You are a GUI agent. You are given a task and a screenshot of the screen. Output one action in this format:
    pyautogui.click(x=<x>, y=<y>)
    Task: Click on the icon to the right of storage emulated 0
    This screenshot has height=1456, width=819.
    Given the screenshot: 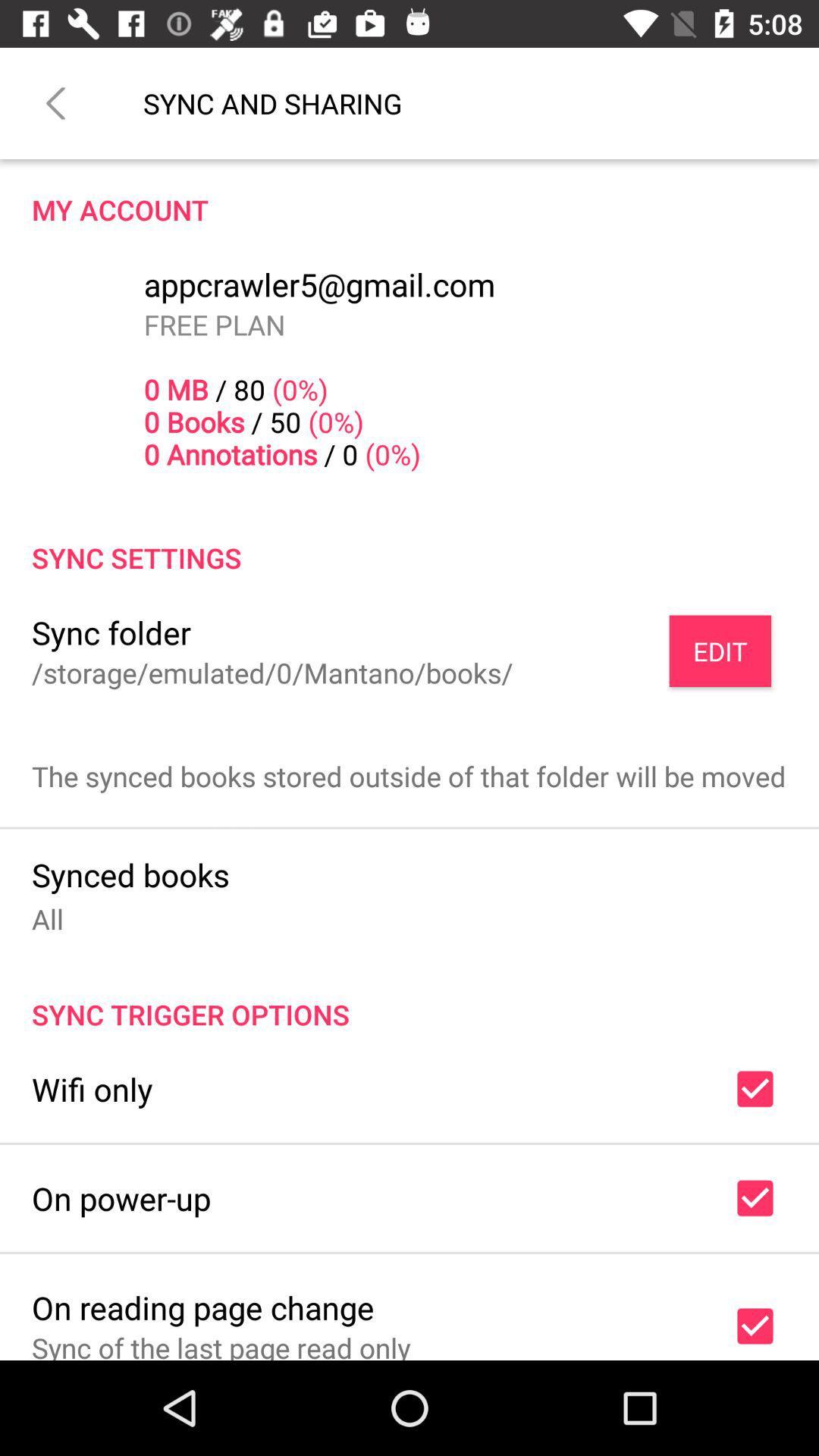 What is the action you would take?
    pyautogui.click(x=719, y=651)
    